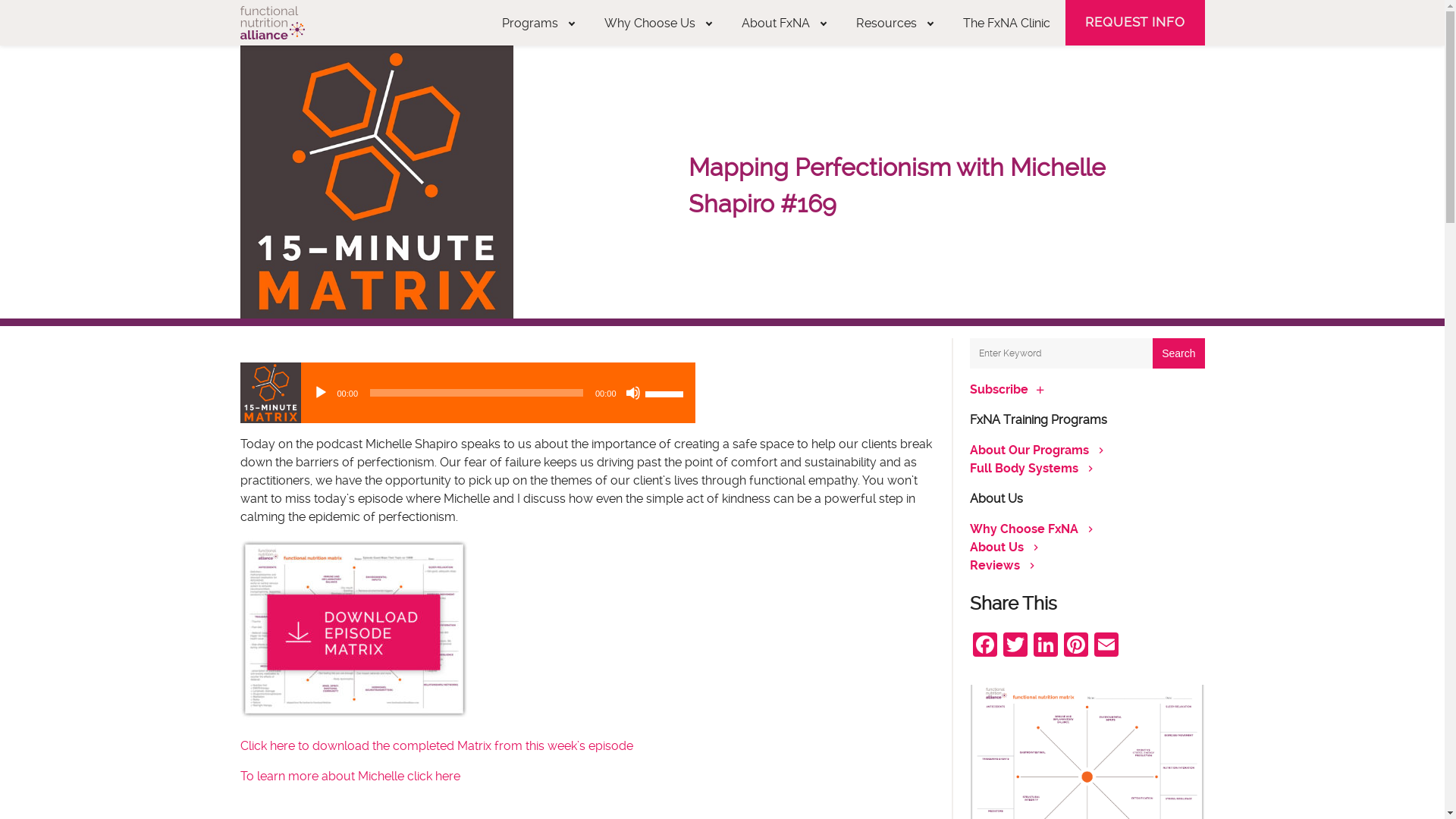  Describe the element at coordinates (993, 565) in the screenshot. I see `'Reviews'` at that location.